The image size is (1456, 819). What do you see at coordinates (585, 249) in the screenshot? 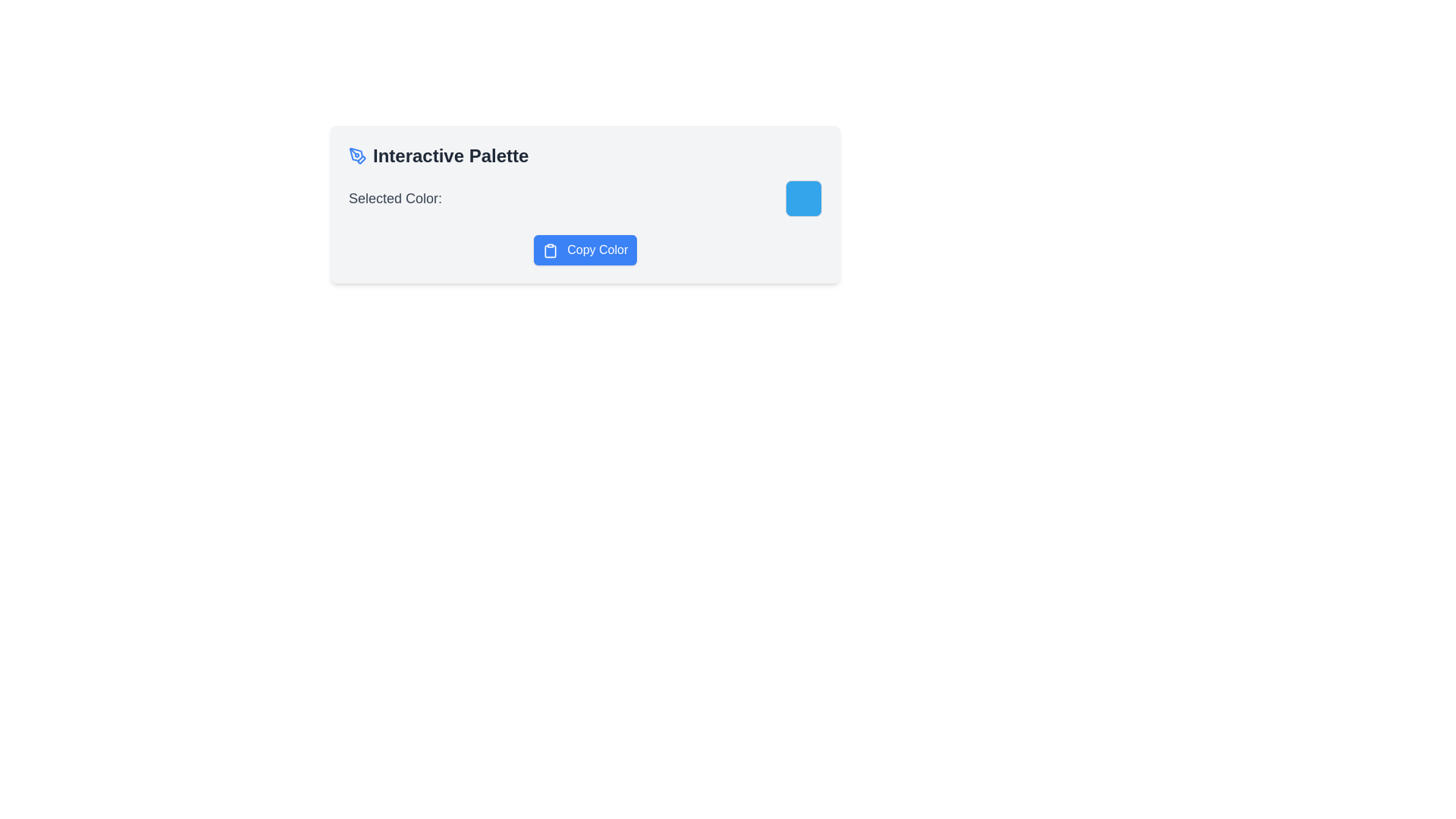
I see `the button that allows the user to copy the currently selected color to the clipboard, positioned below the 'Selected Color:' label and to the left of a blue square` at bounding box center [585, 249].